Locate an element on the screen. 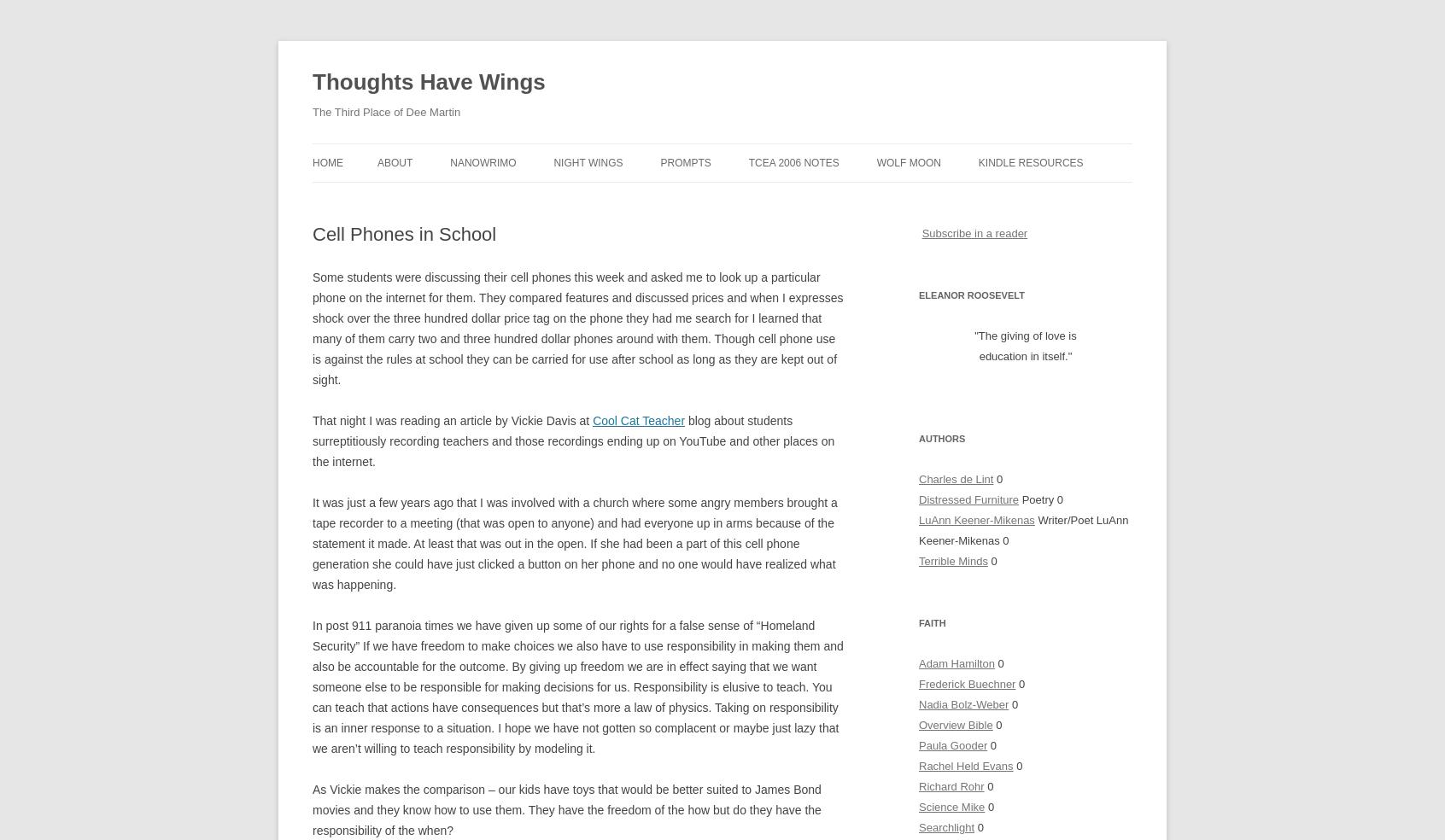 The height and width of the screenshot is (840, 1445). 'Searchlight' is located at coordinates (946, 827).